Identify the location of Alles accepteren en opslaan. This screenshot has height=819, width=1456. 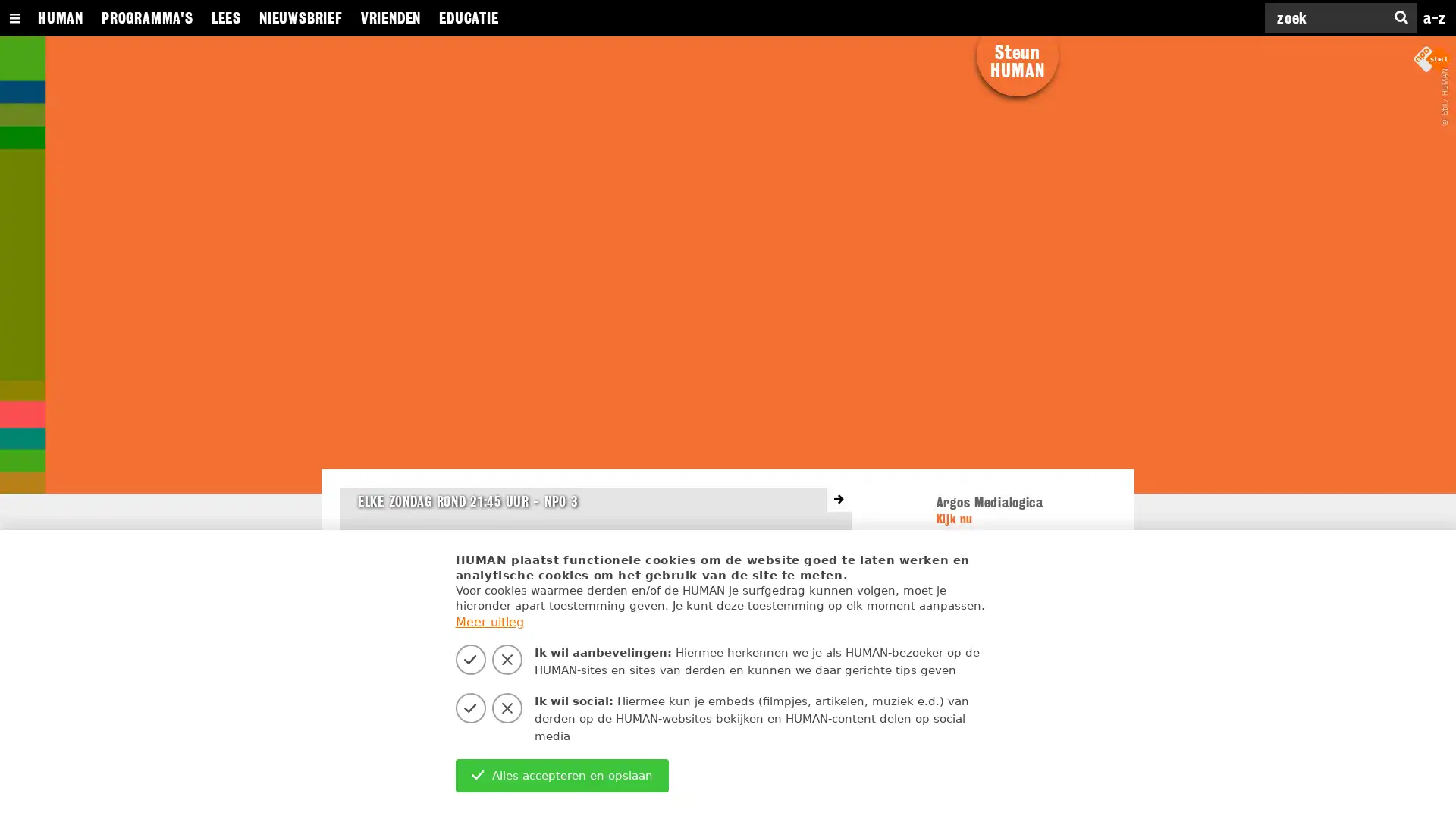
(560, 775).